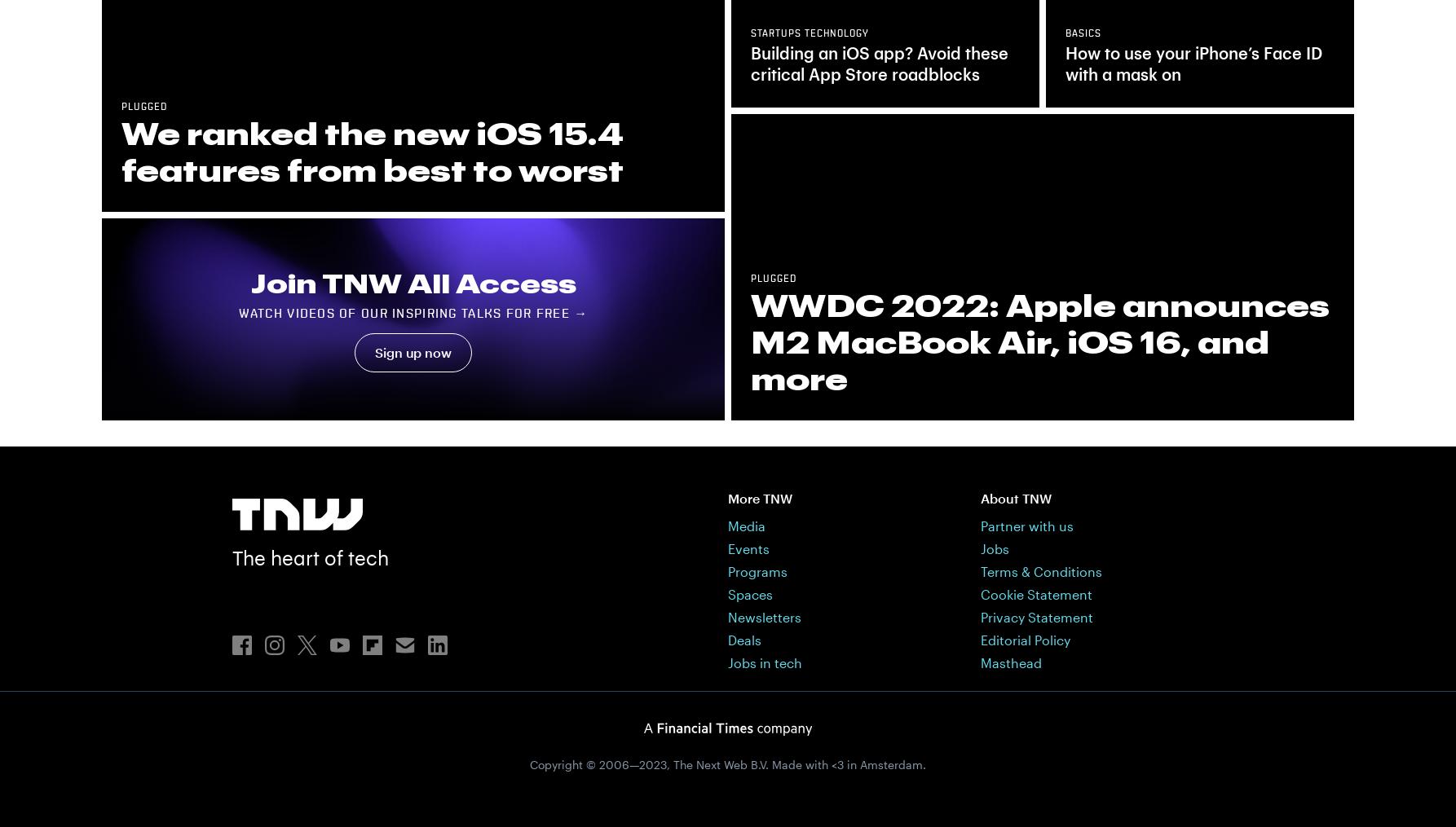 Image resolution: width=1456 pixels, height=827 pixels. Describe the element at coordinates (878, 63) in the screenshot. I see `'Building an iOS app? Avoid these critical App Store roadblocks'` at that location.